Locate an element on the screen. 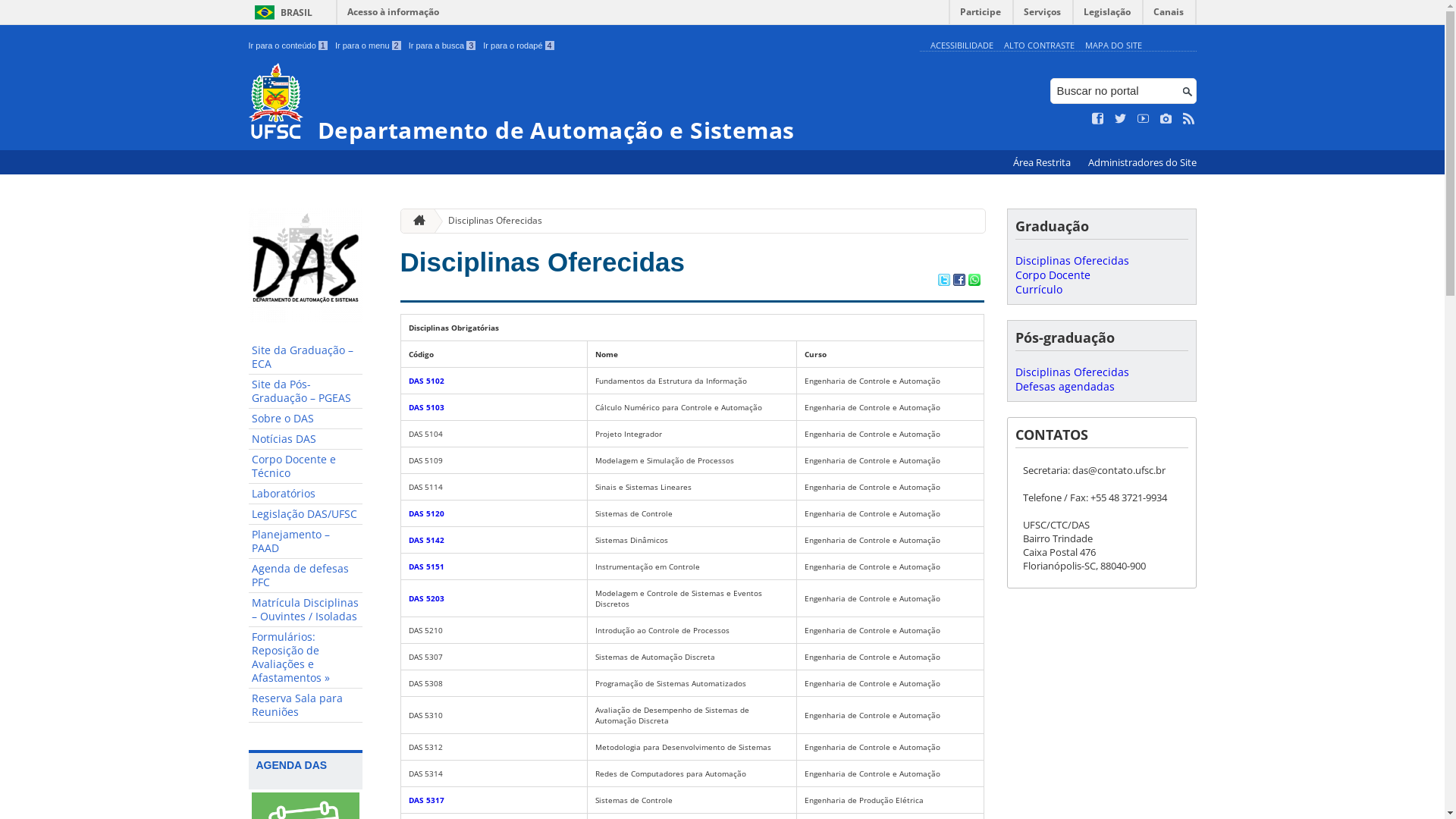  'DAS 5203' is located at coordinates (425, 598).